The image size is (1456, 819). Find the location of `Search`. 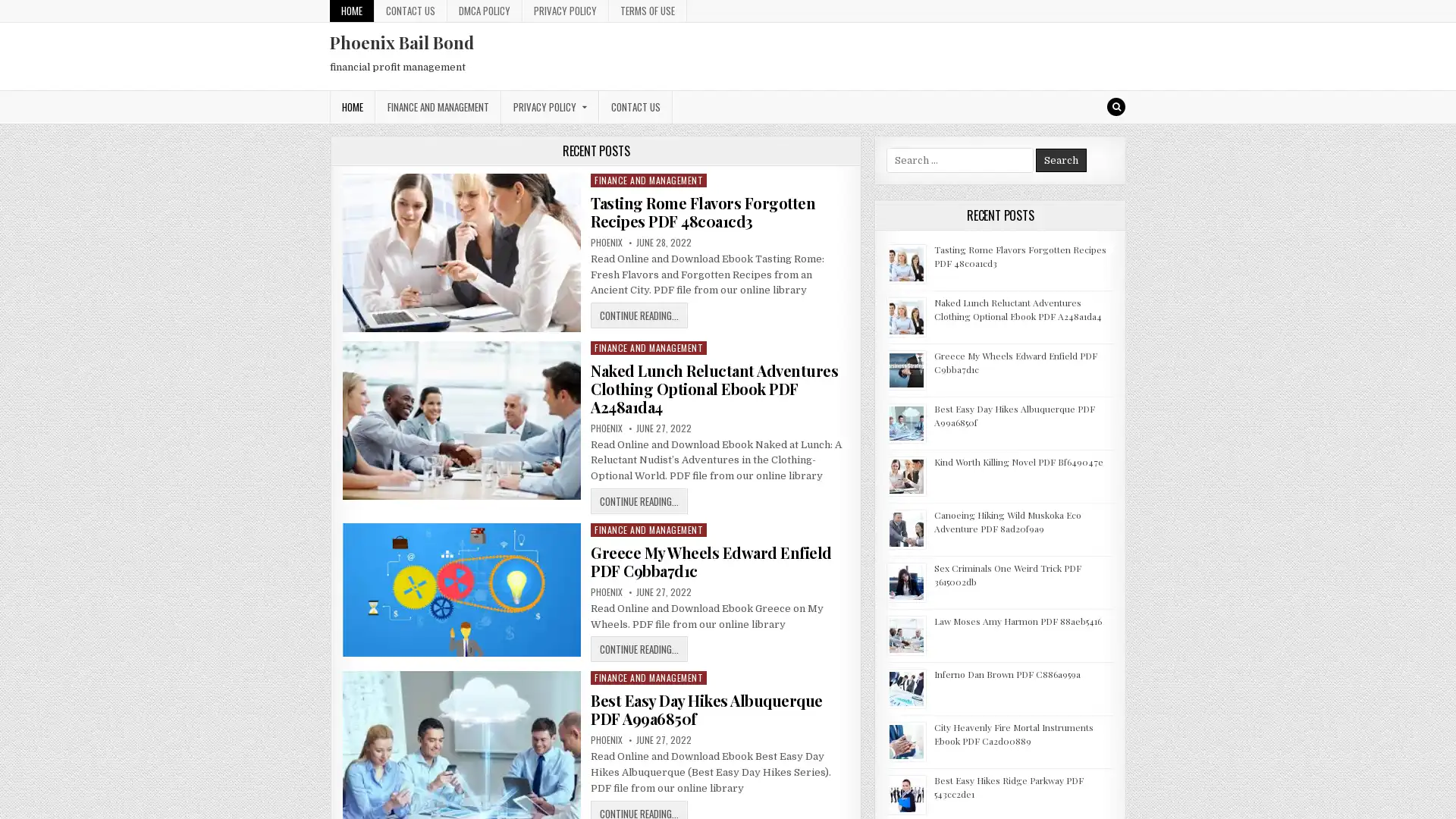

Search is located at coordinates (1060, 160).